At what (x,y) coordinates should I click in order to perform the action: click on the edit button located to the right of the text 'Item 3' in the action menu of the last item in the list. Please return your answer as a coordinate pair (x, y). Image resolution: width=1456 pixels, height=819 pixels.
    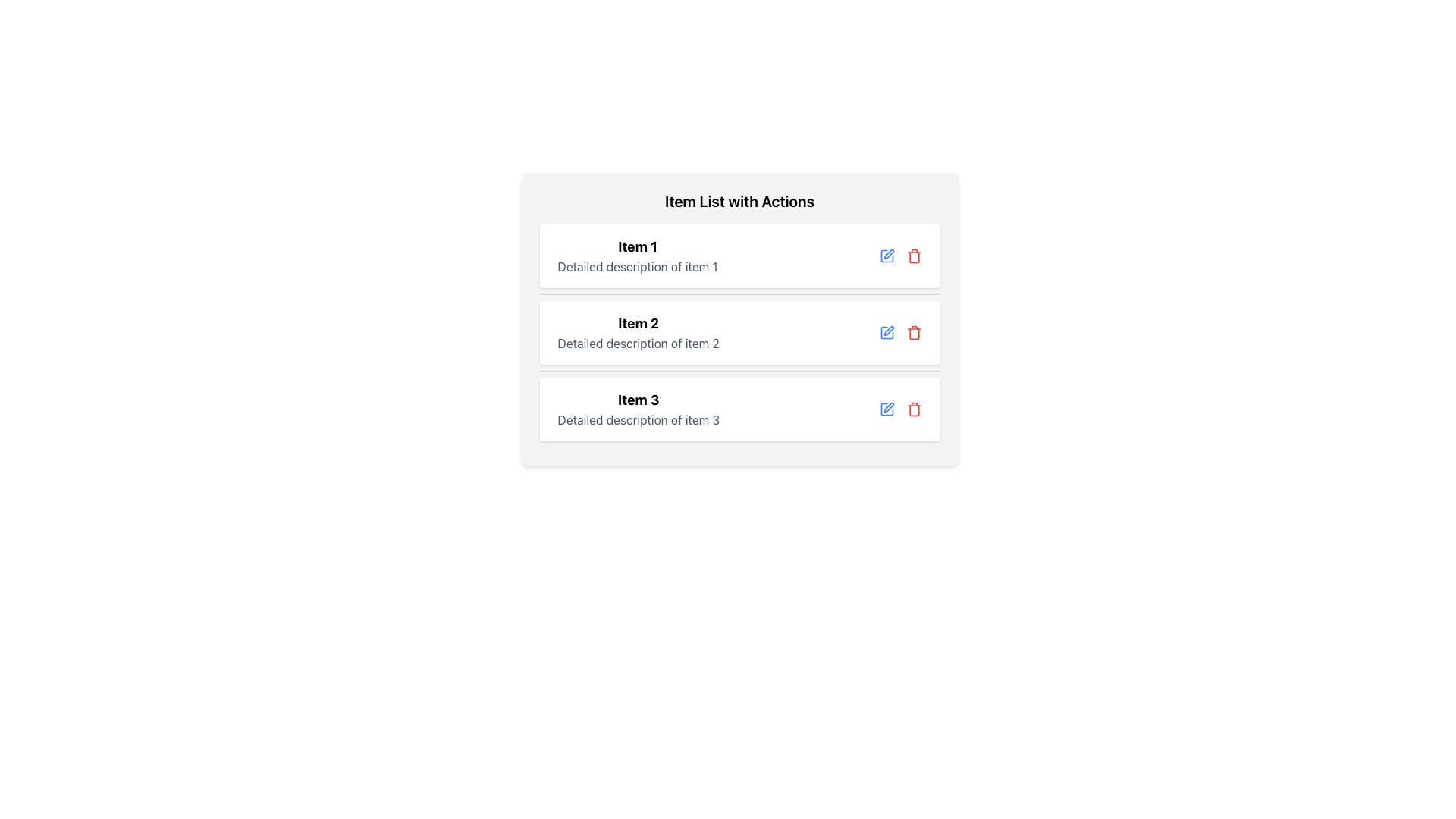
    Looking at the image, I should click on (886, 409).